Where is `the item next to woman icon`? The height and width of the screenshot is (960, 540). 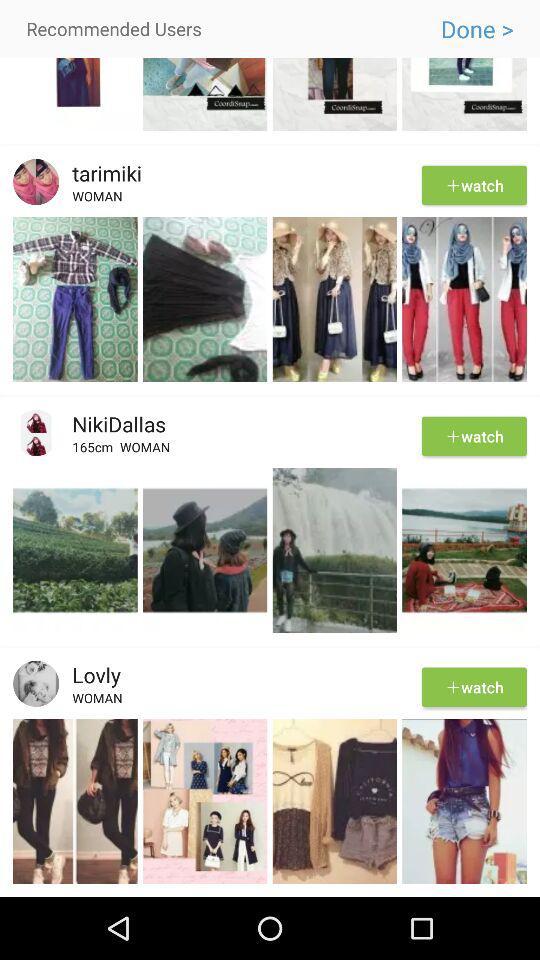
the item next to woman icon is located at coordinates (95, 450).